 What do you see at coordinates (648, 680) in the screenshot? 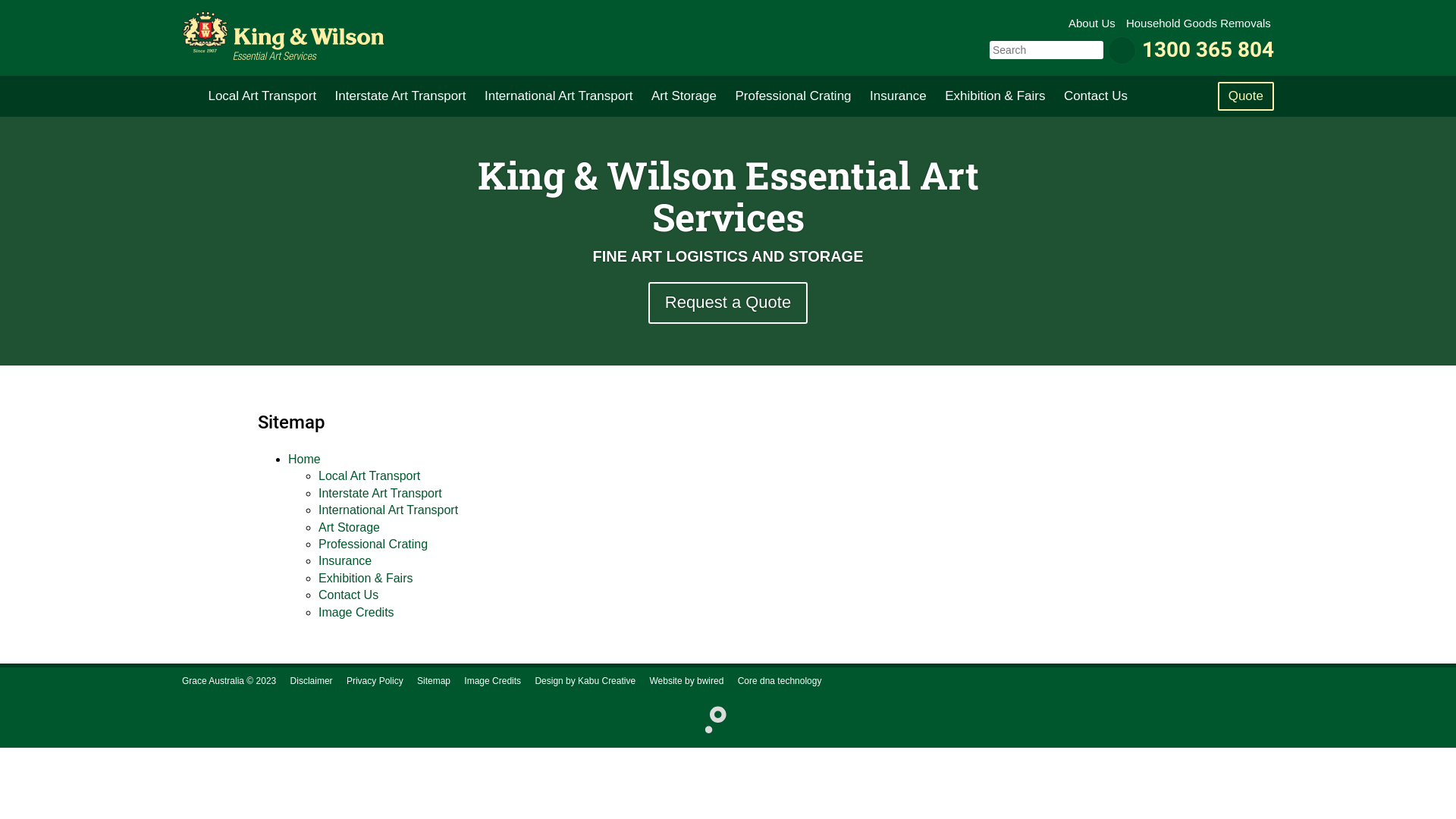
I see `'Website by bwired'` at bounding box center [648, 680].